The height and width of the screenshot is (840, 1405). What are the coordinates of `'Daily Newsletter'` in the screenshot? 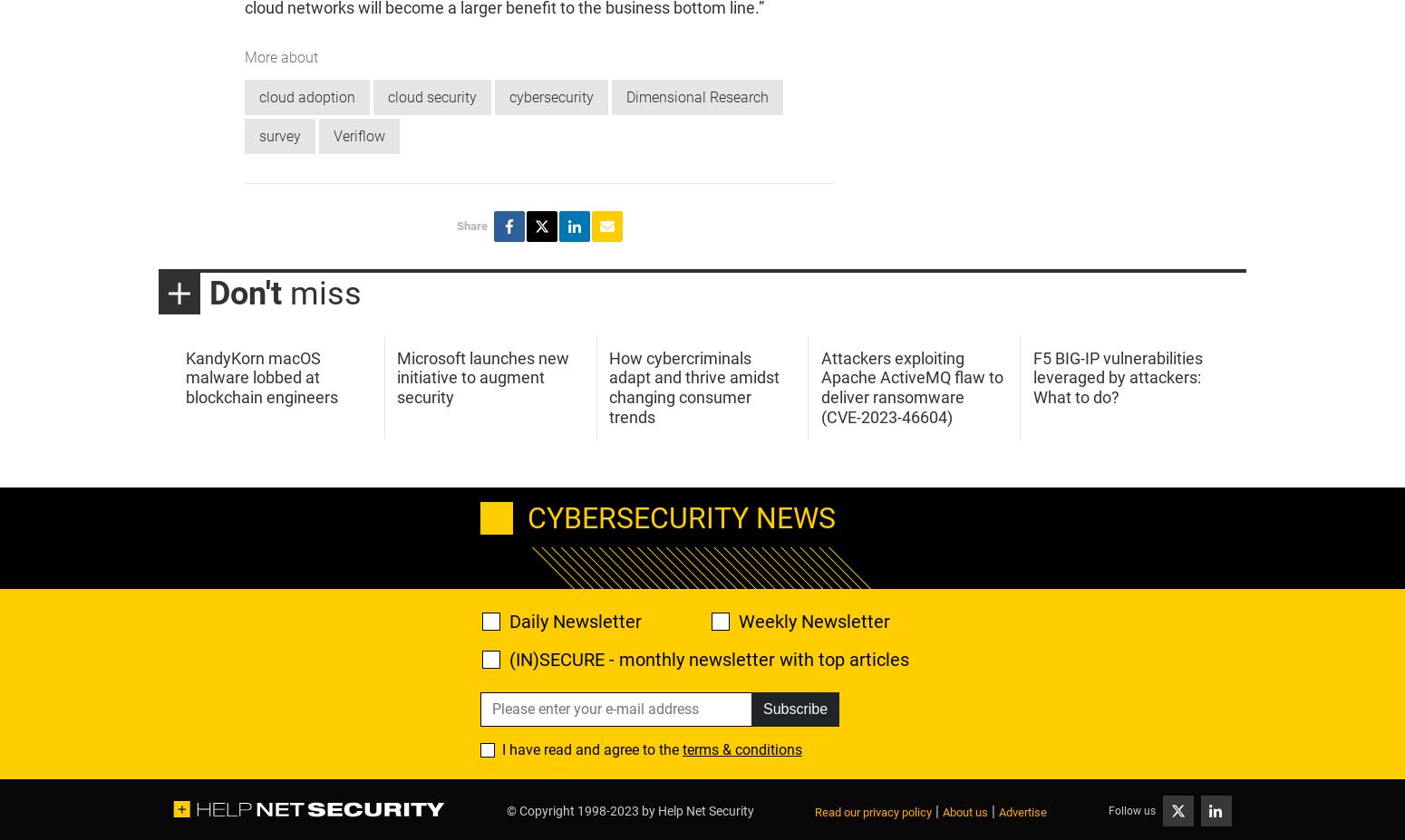 It's located at (575, 620).